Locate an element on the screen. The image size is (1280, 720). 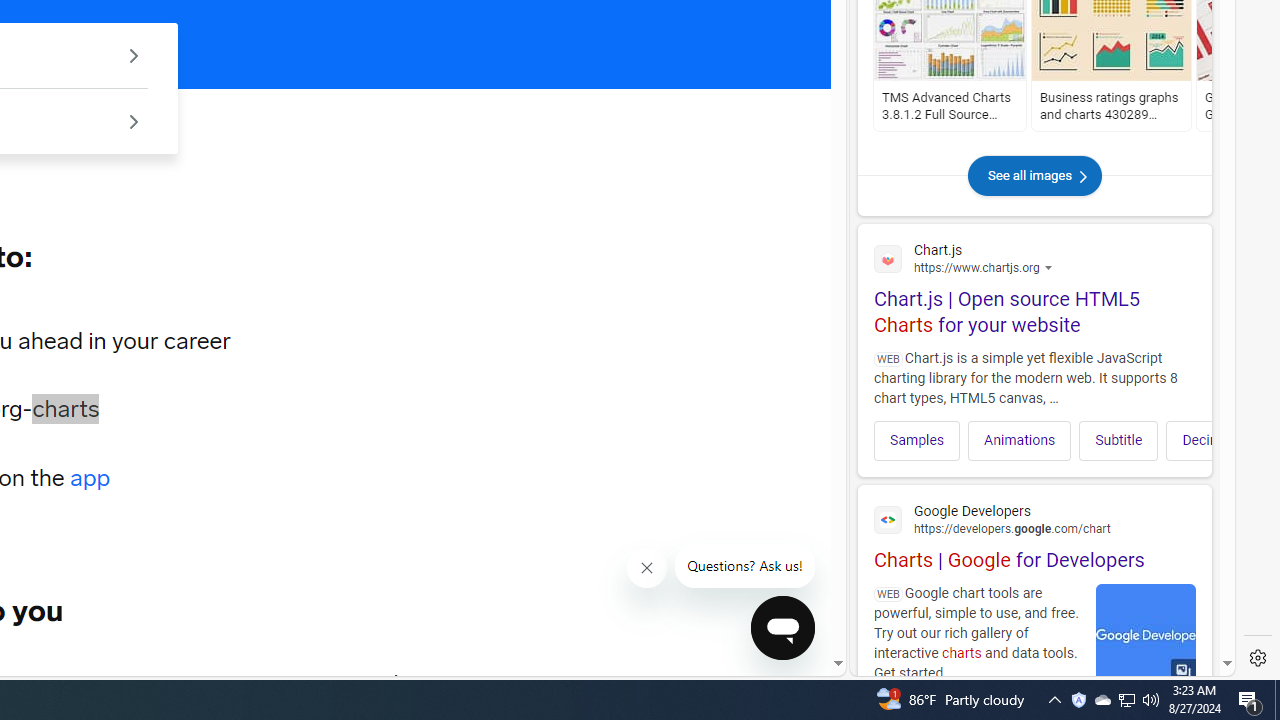
'TMS Advanced Charts 3.8.1.2 Full Source D6~XE7' is located at coordinates (948, 106).